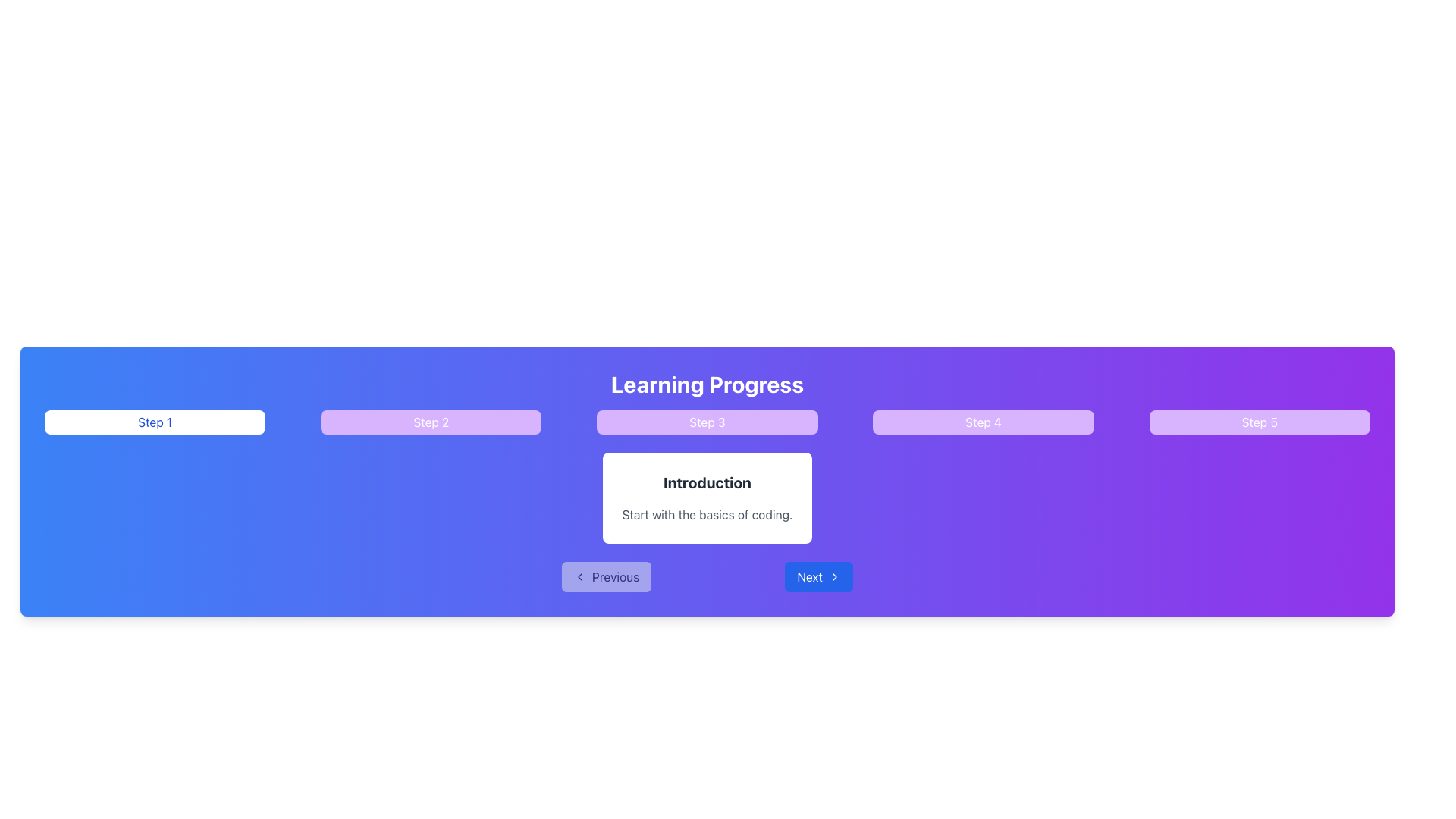 The width and height of the screenshot is (1456, 819). I want to click on the rectangular button with a white background and blue text that reads 'Step 1', so click(155, 422).